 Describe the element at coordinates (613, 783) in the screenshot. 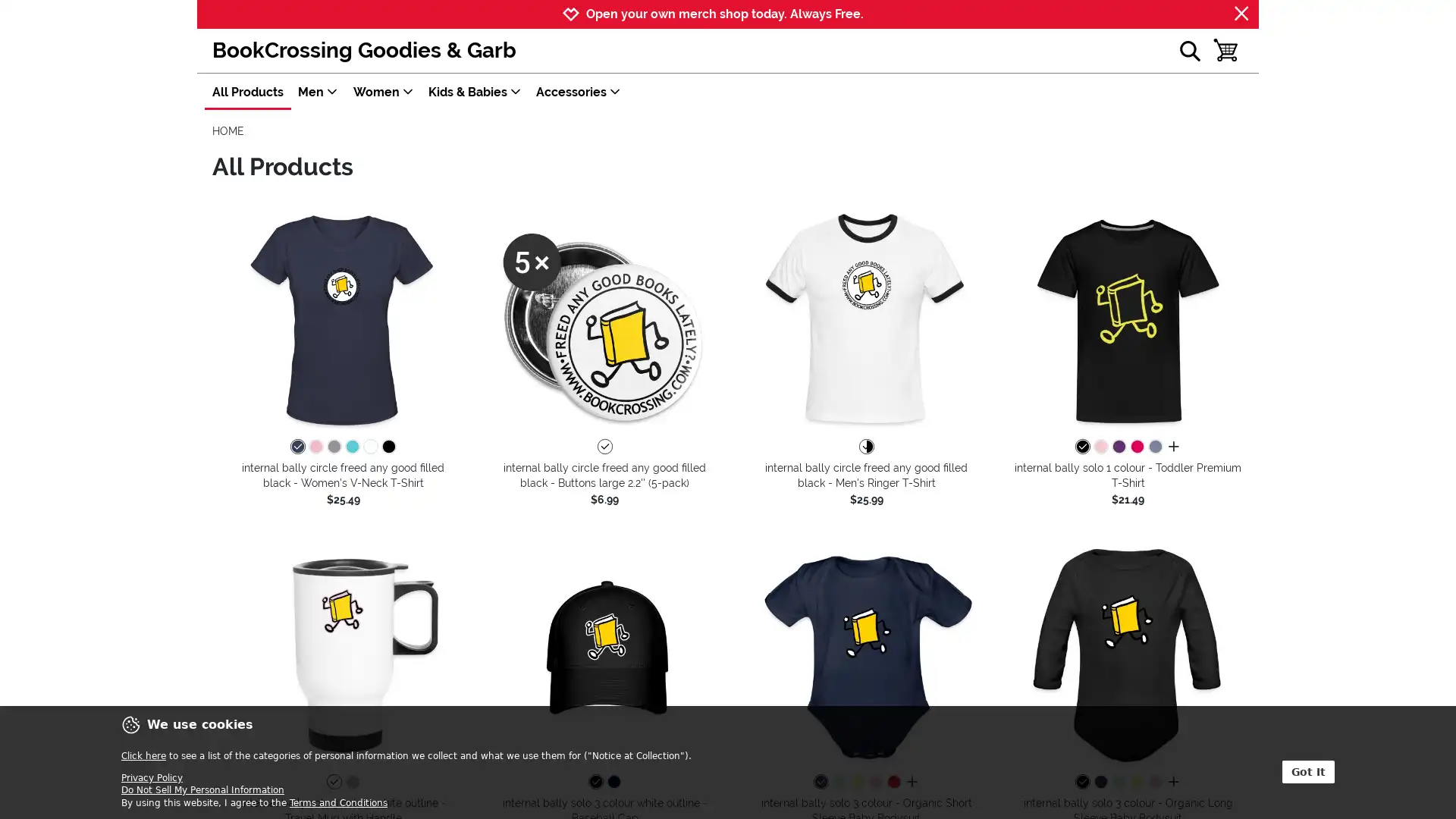

I see `navy` at that location.